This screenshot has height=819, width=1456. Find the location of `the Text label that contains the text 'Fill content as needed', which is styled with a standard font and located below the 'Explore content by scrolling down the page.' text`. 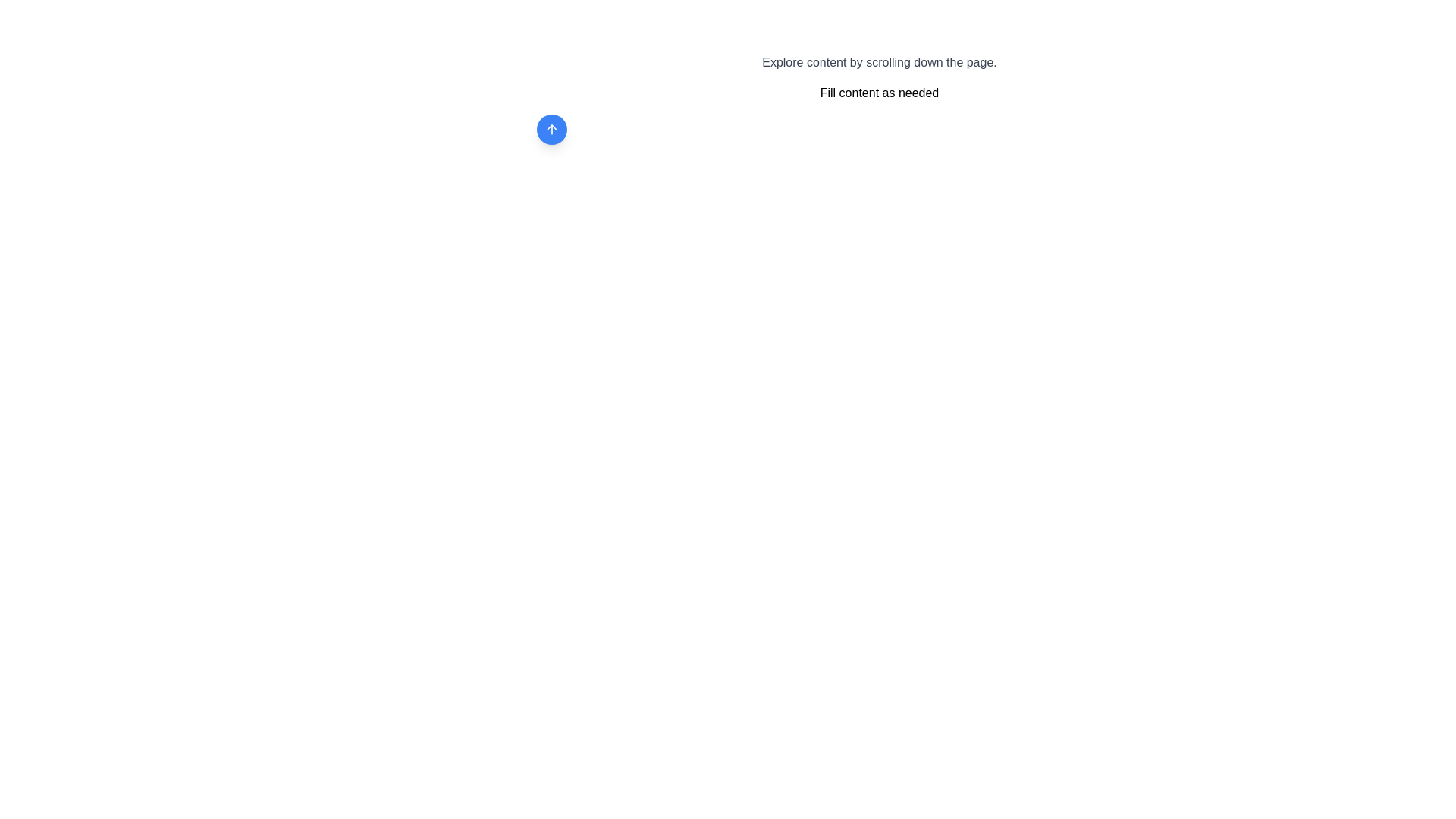

the Text label that contains the text 'Fill content as needed', which is styled with a standard font and located below the 'Explore content by scrolling down the page.' text is located at coordinates (880, 93).